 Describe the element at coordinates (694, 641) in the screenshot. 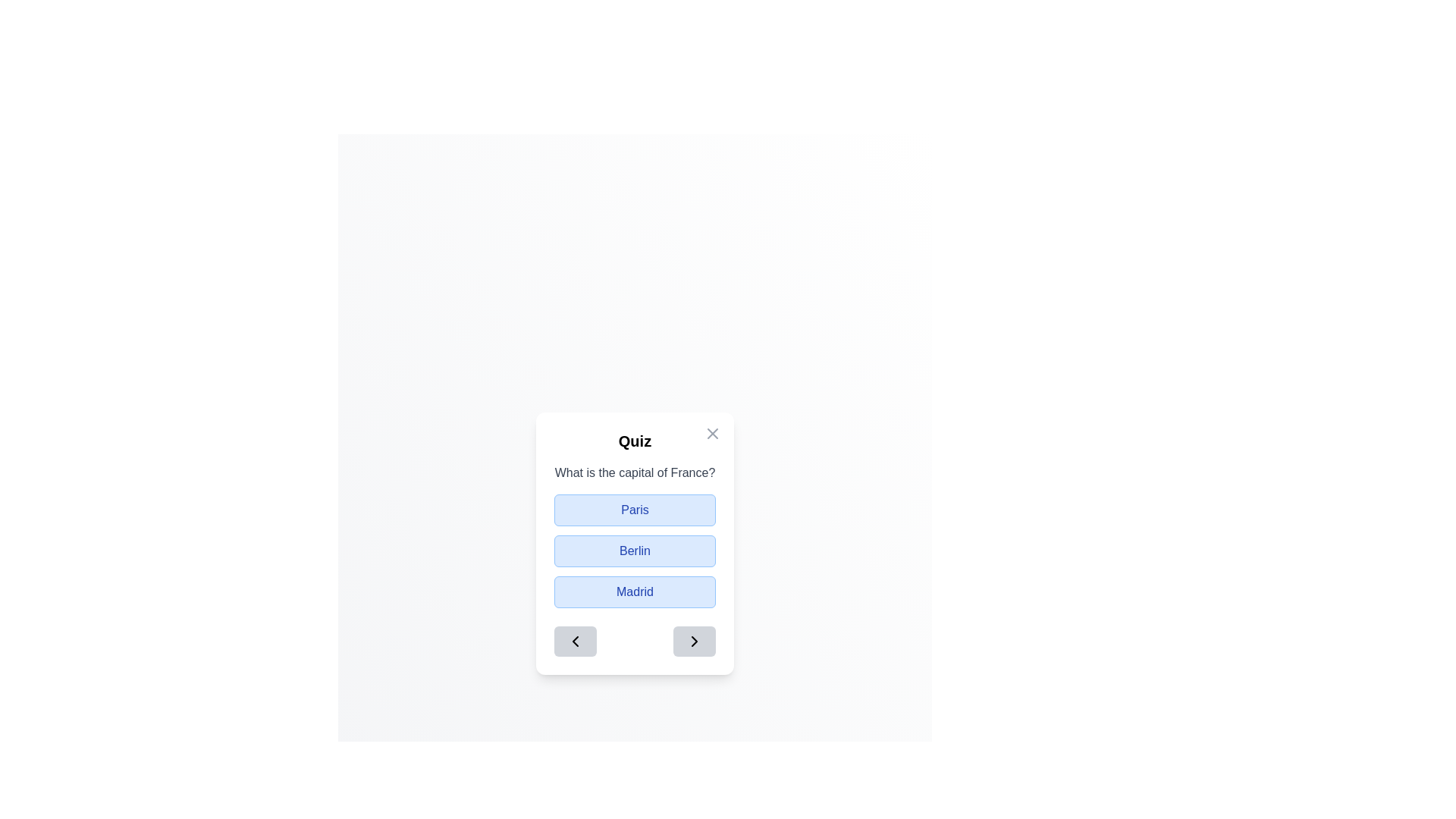

I see `the second button in the footer section of the modal` at that location.